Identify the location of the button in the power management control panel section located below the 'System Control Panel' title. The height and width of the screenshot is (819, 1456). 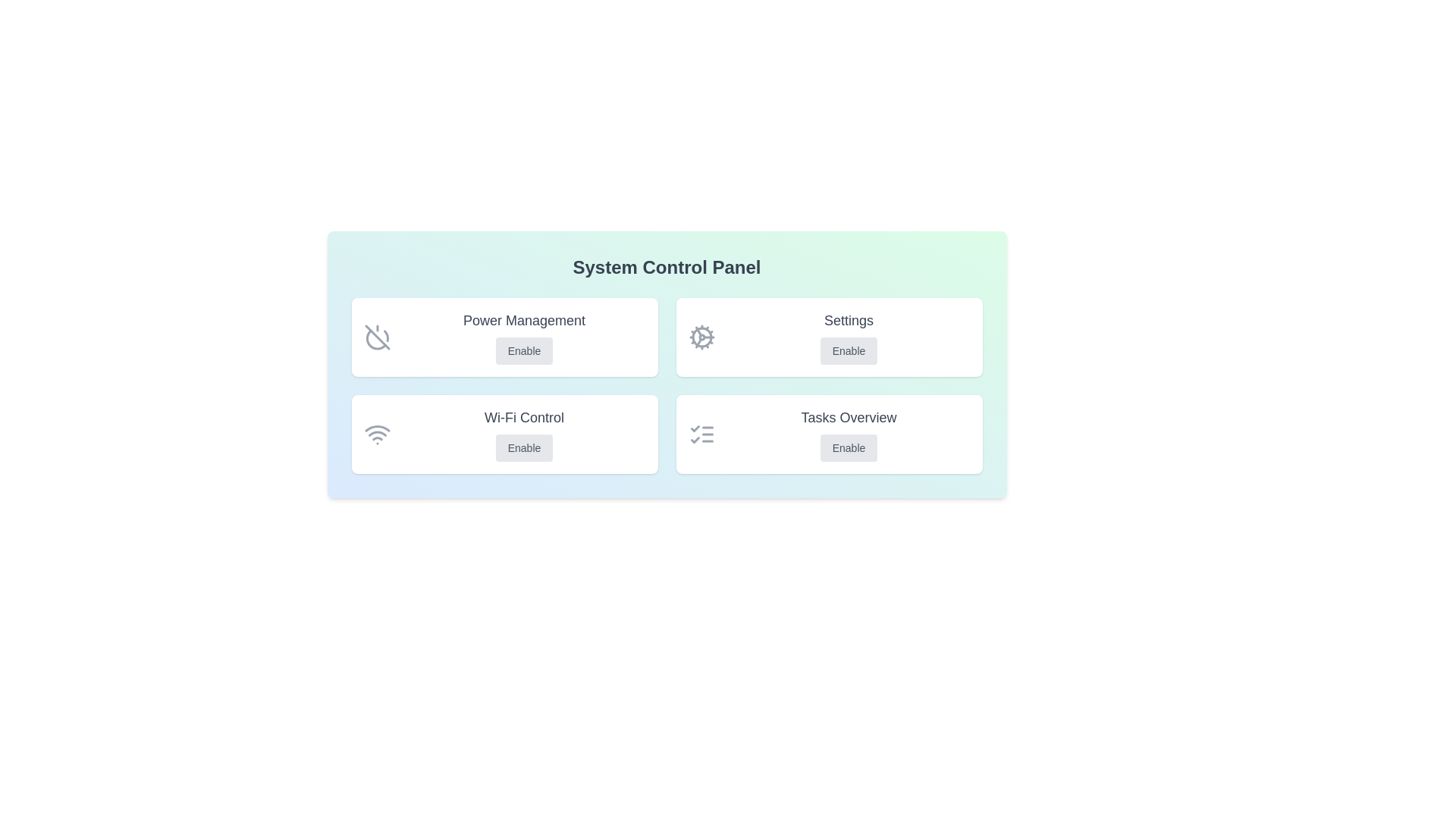
(524, 336).